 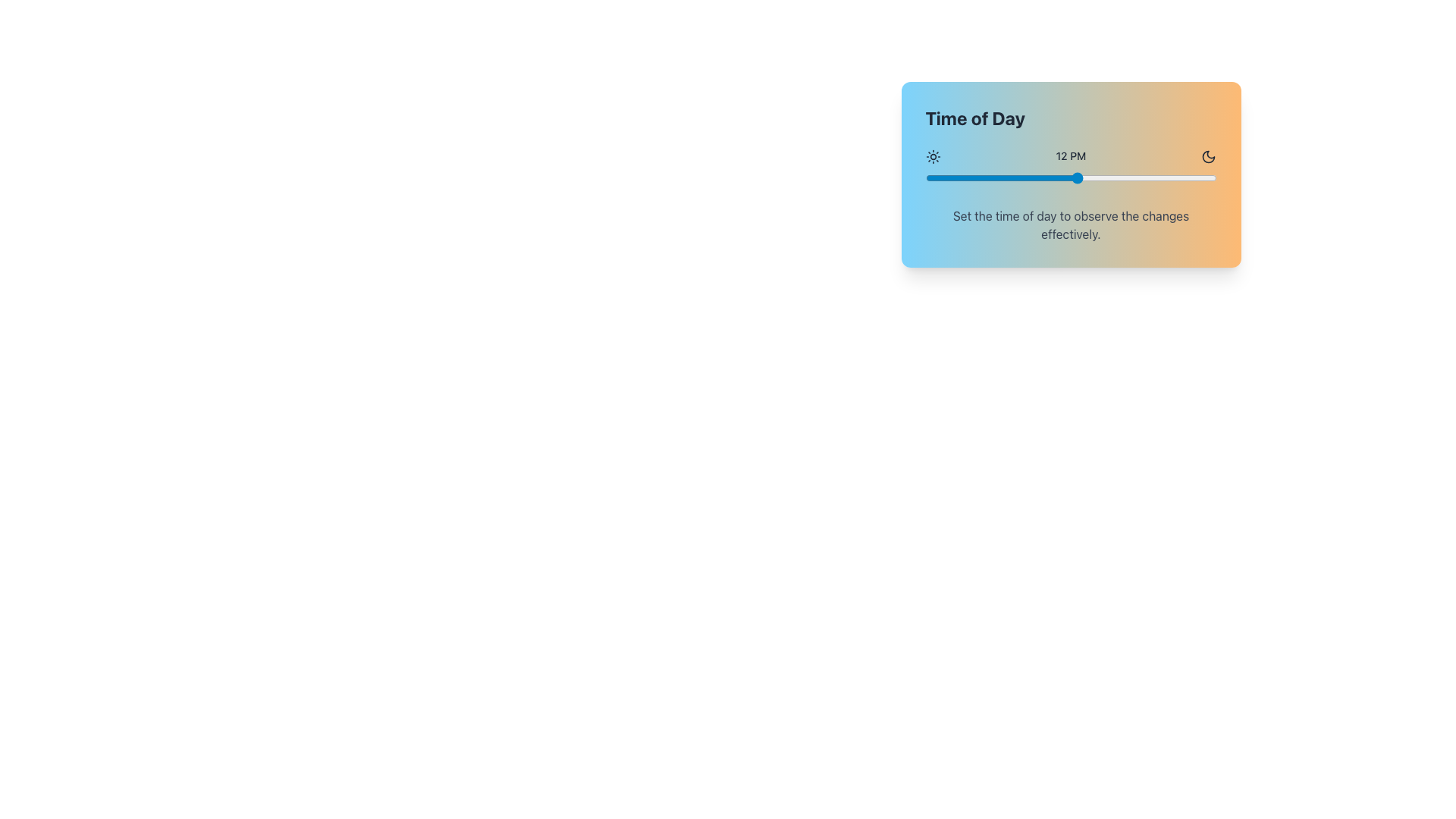 What do you see at coordinates (1153, 177) in the screenshot?
I see `the slider value` at bounding box center [1153, 177].